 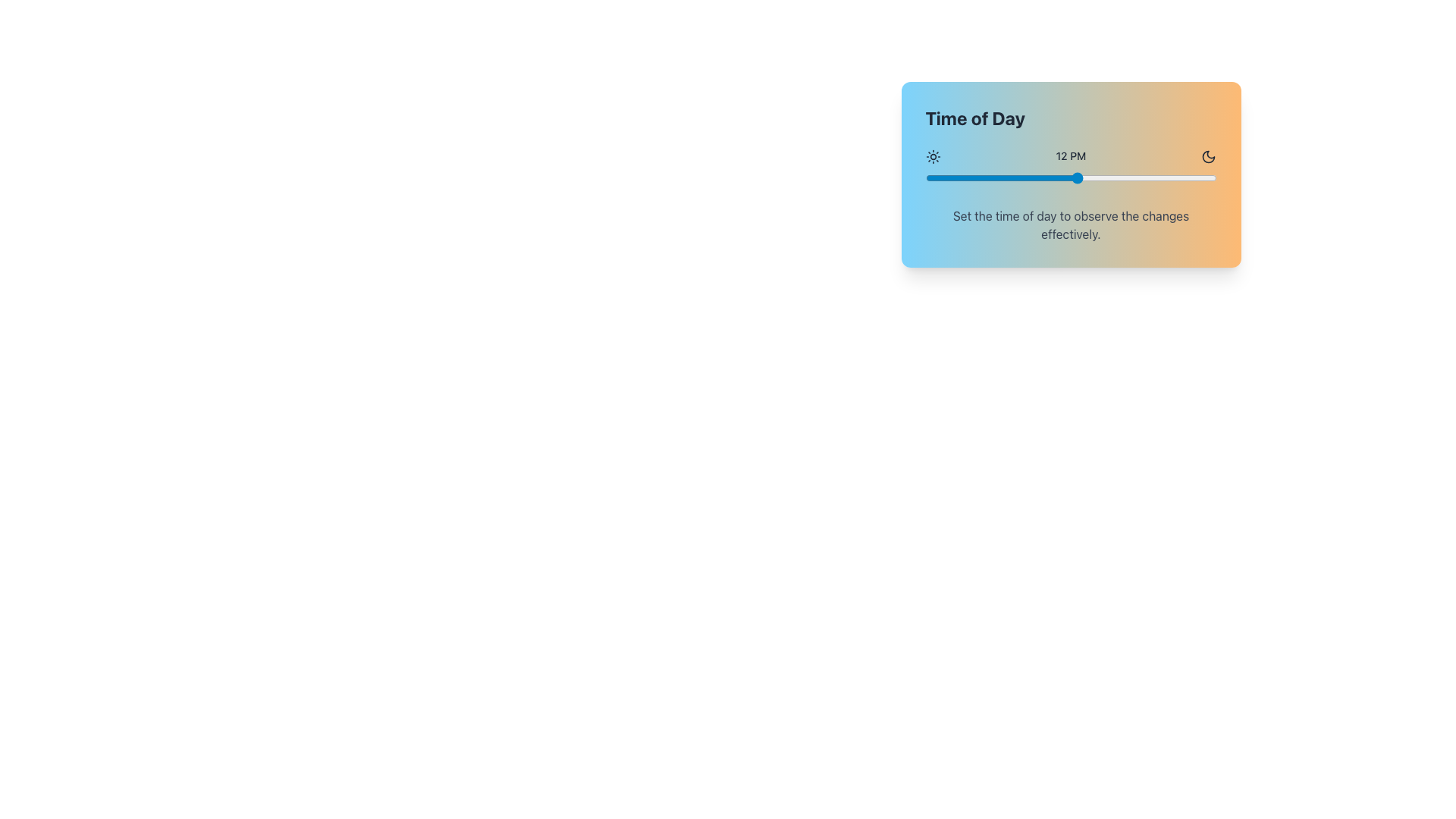 What do you see at coordinates (1153, 177) in the screenshot?
I see `the slider value` at bounding box center [1153, 177].